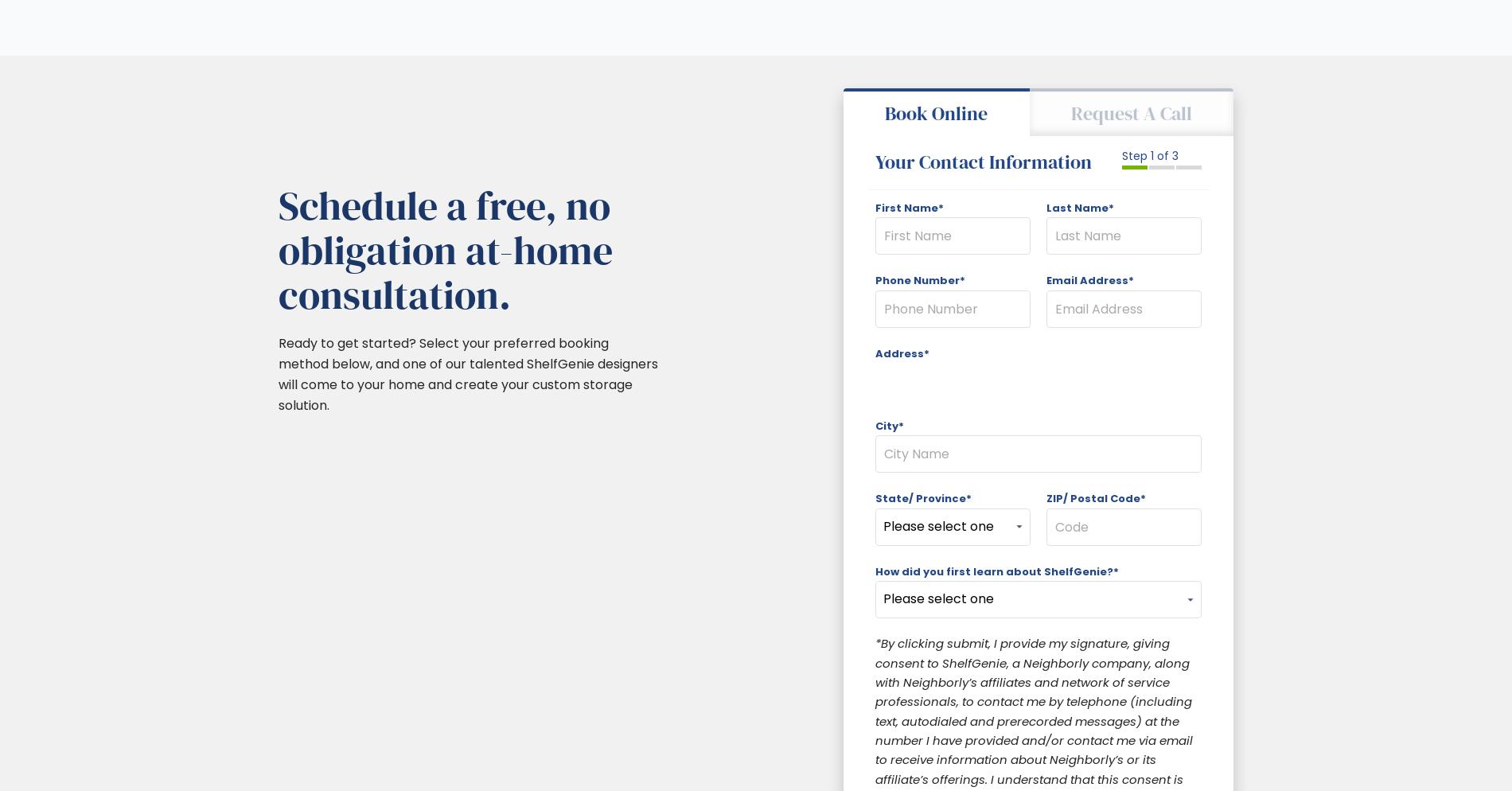 The width and height of the screenshot is (1512, 791). Describe the element at coordinates (902, 353) in the screenshot. I see `'Address*'` at that location.